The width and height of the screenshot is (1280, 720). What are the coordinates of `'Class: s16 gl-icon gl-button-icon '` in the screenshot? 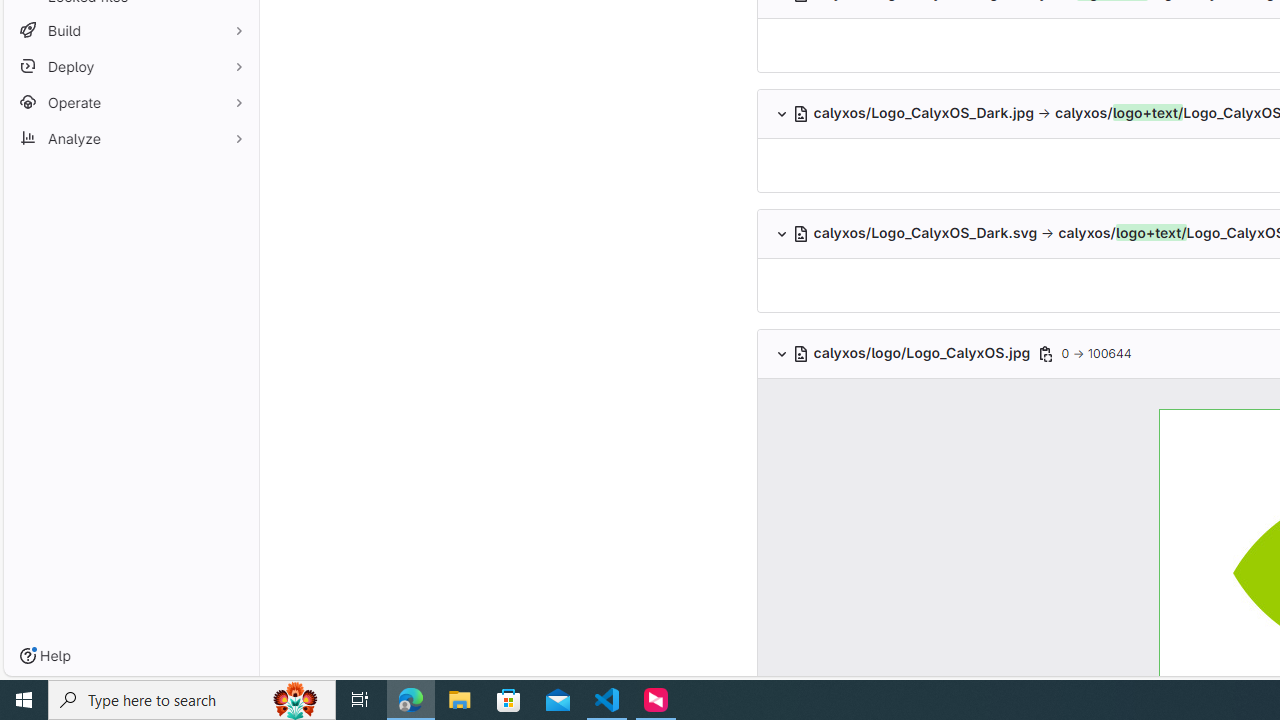 It's located at (1044, 353).